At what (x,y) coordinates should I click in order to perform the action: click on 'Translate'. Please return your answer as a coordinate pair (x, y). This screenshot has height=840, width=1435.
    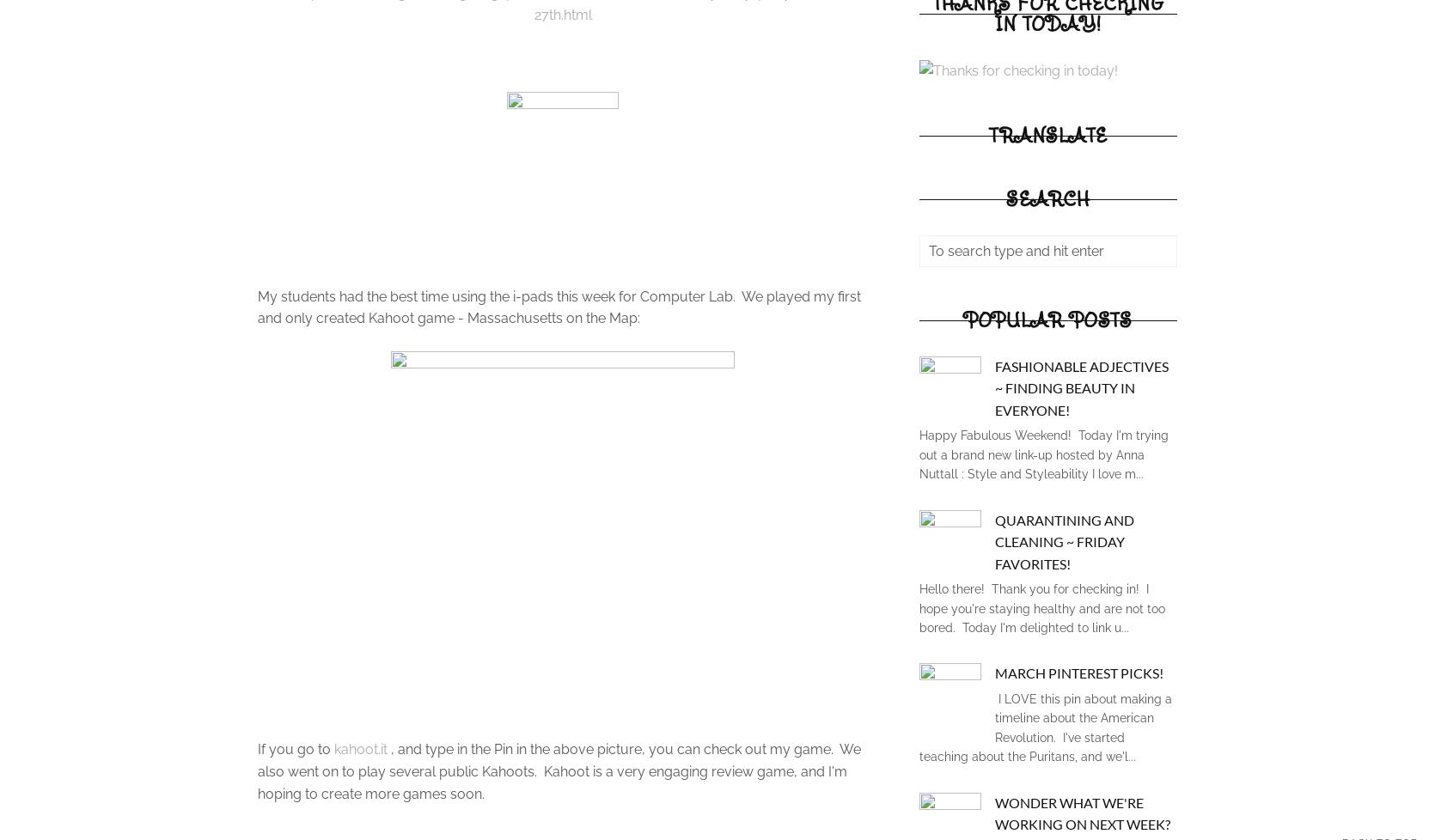
    Looking at the image, I should click on (1047, 134).